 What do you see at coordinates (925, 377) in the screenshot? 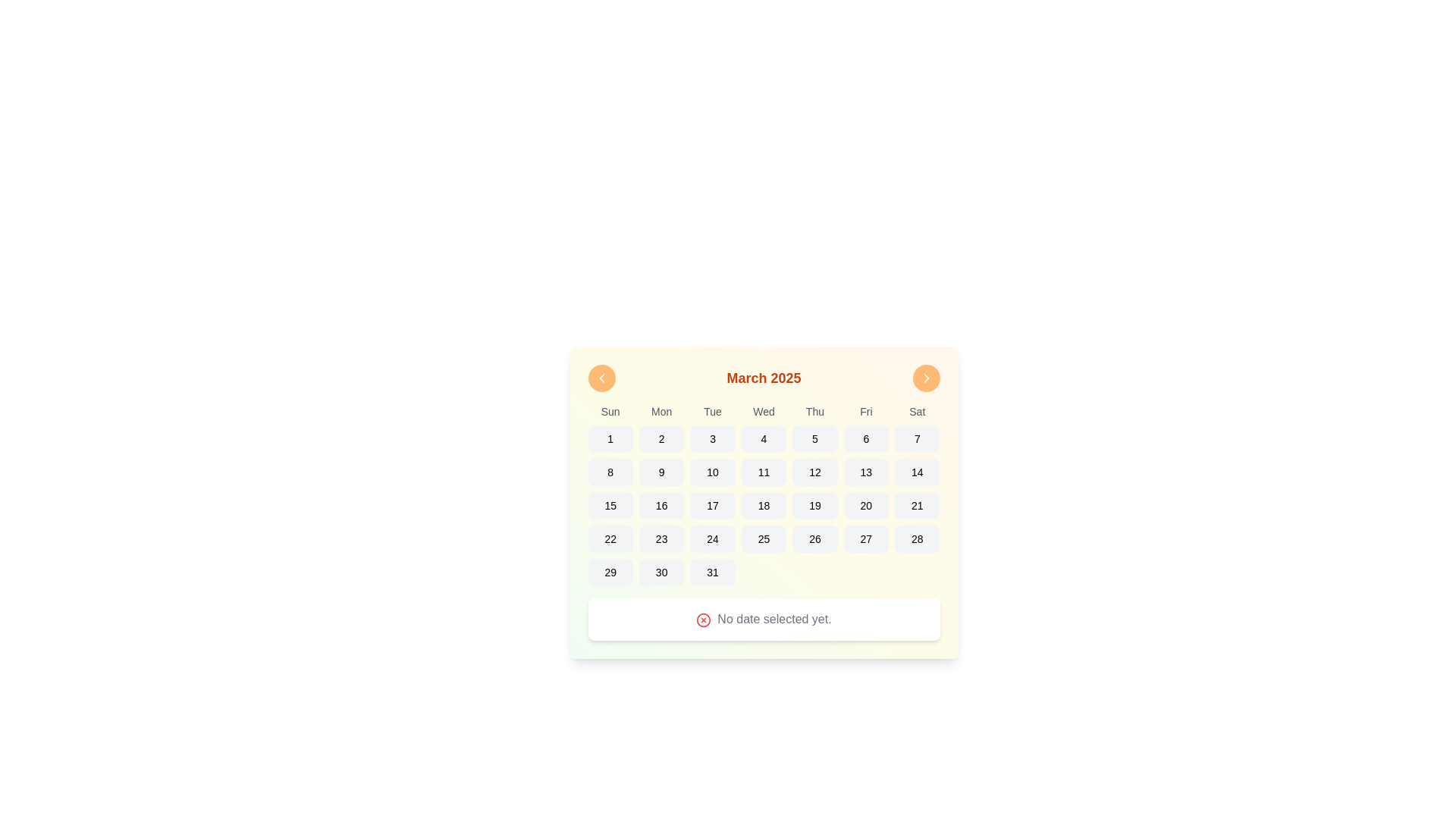
I see `the navigation icon located in the top-right corner of the calendar interface, which is within a bright orange circle` at bounding box center [925, 377].